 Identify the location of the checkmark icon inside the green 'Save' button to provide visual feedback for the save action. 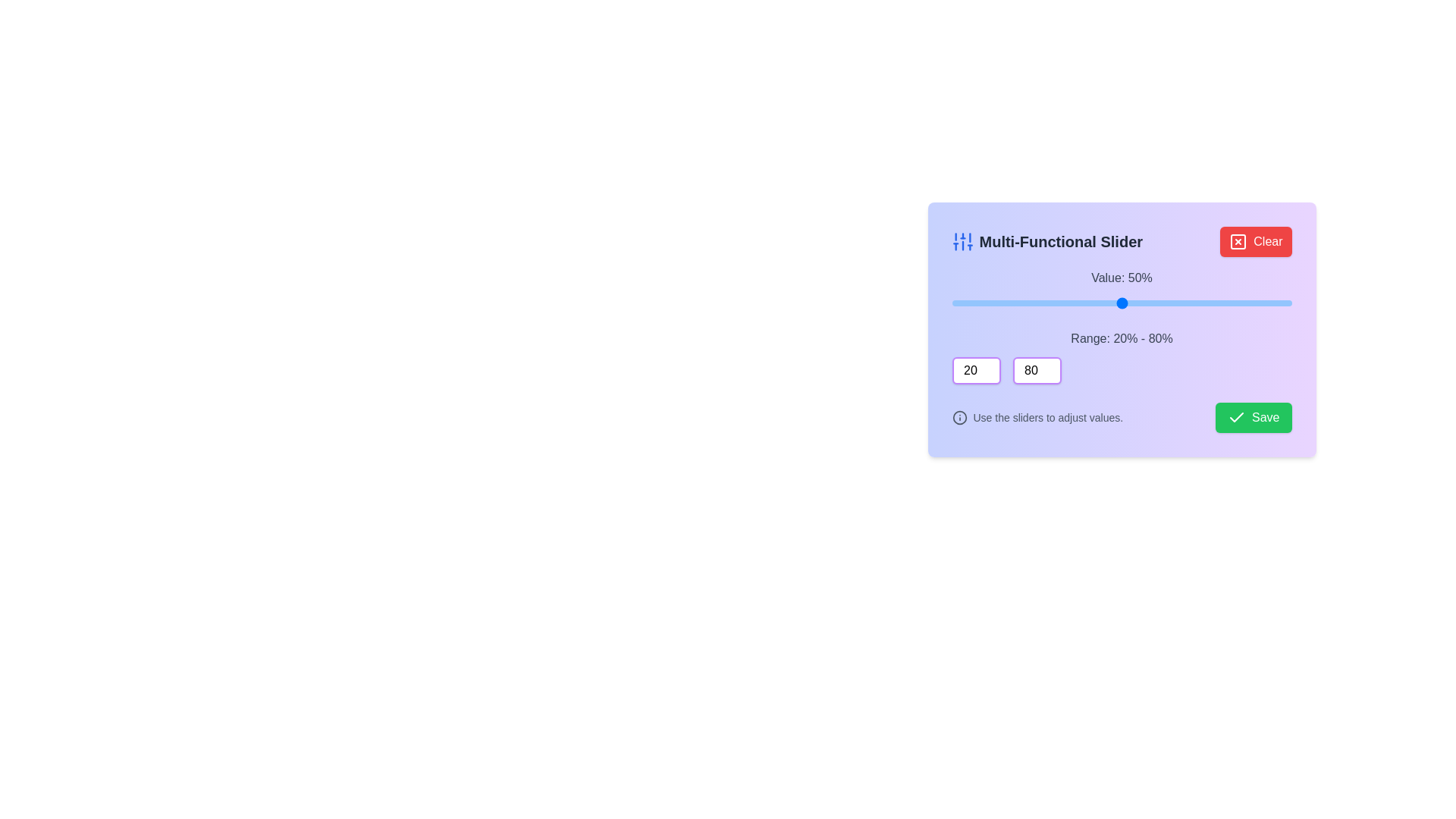
(1237, 417).